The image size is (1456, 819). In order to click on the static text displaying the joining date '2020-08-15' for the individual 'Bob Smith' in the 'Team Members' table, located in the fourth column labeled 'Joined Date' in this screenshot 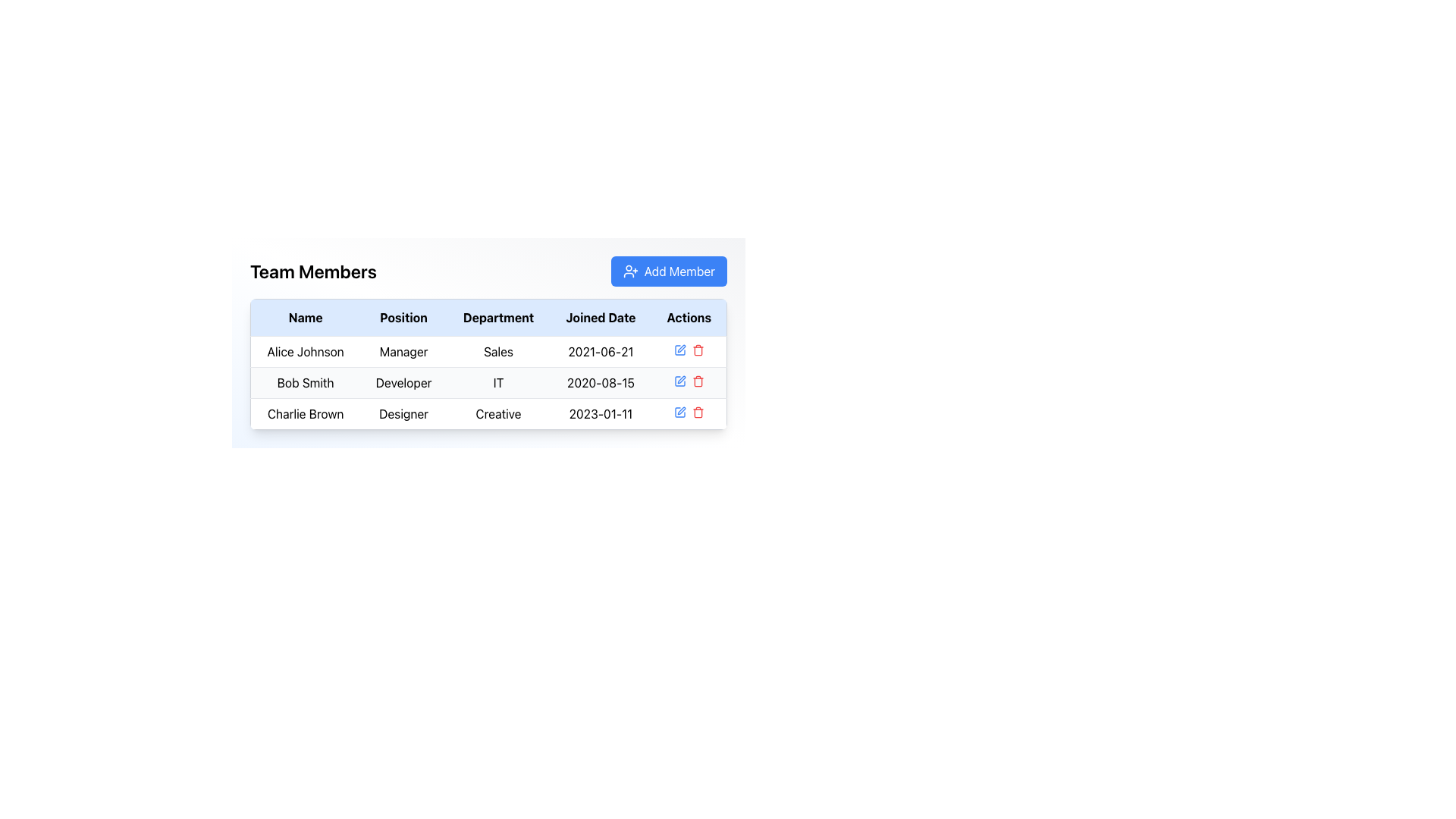, I will do `click(600, 382)`.